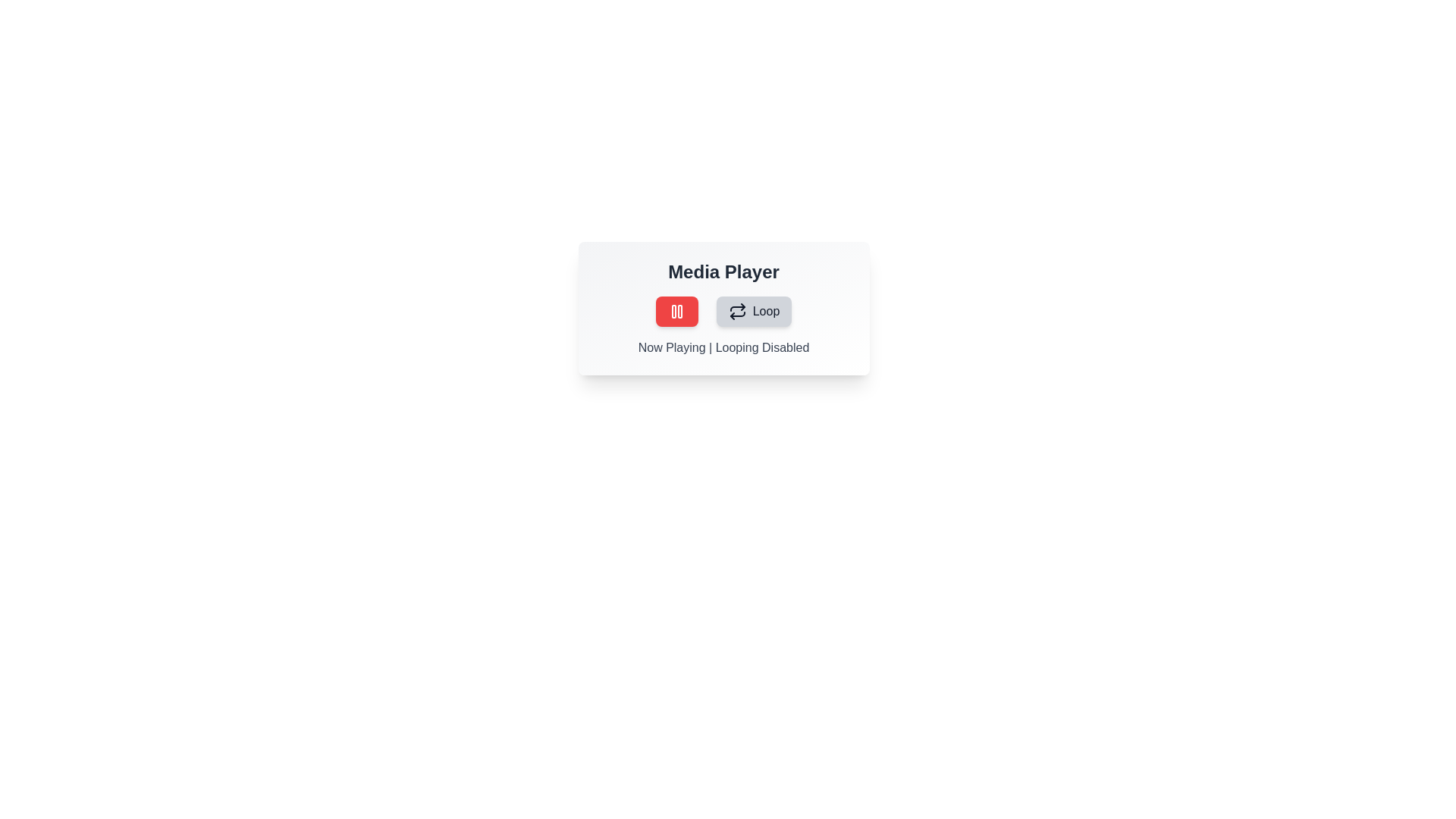 Image resolution: width=1456 pixels, height=819 pixels. What do you see at coordinates (723, 348) in the screenshot?
I see `the status_text of the MediaControlToggle component` at bounding box center [723, 348].